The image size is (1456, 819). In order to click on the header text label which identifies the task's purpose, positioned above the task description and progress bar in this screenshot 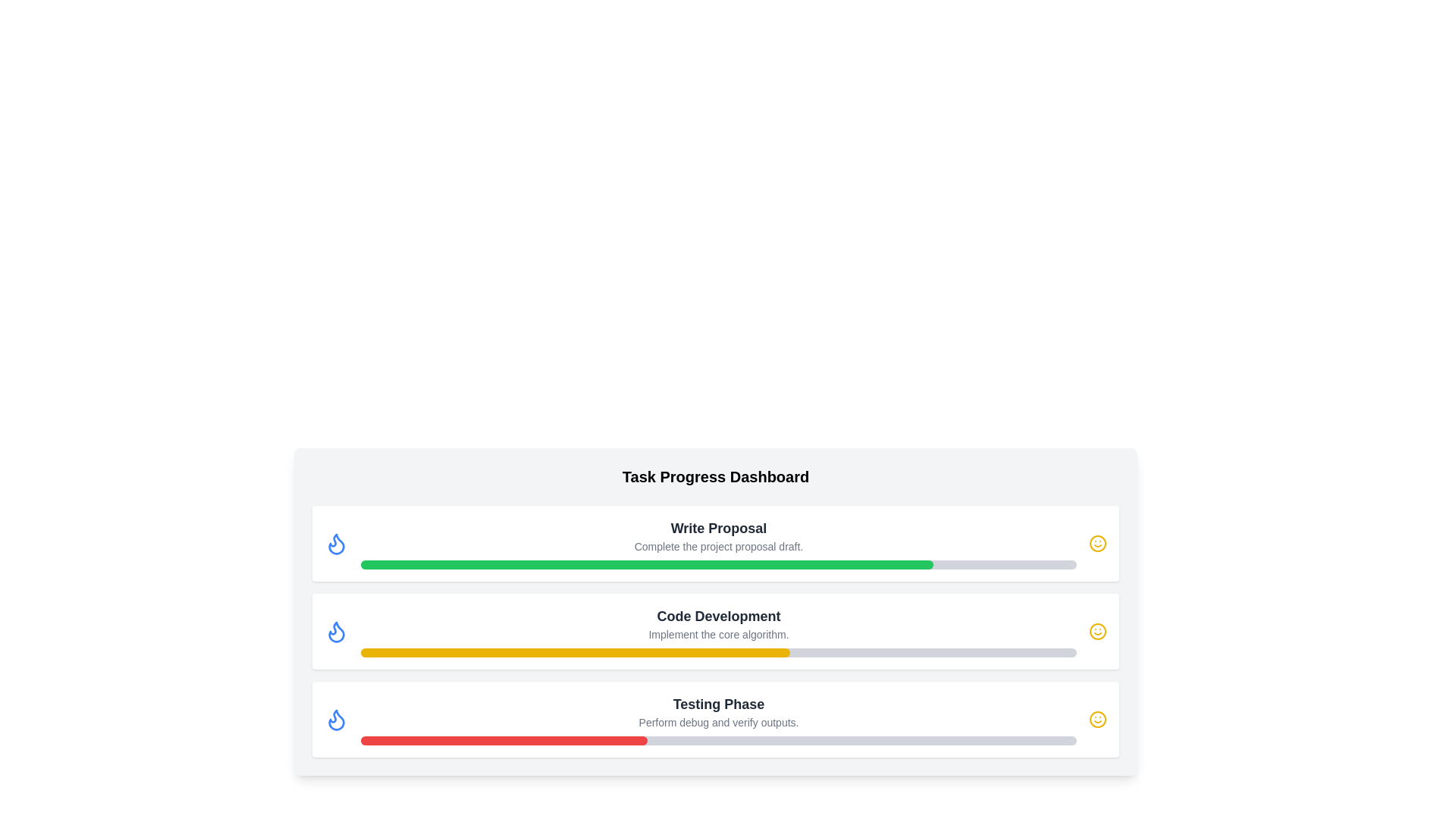, I will do `click(718, 528)`.